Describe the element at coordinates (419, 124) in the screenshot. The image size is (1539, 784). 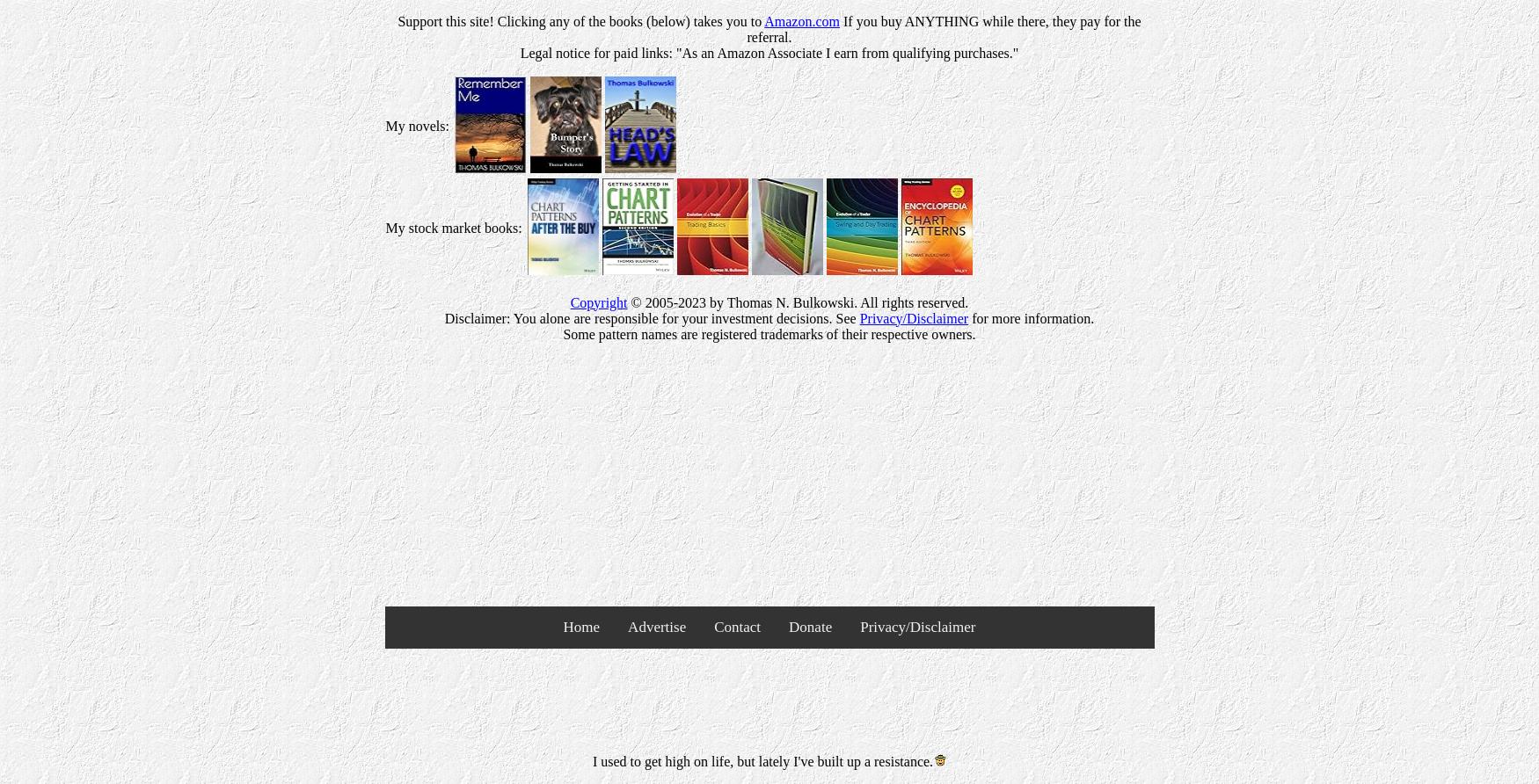
I see `'My novels:'` at that location.